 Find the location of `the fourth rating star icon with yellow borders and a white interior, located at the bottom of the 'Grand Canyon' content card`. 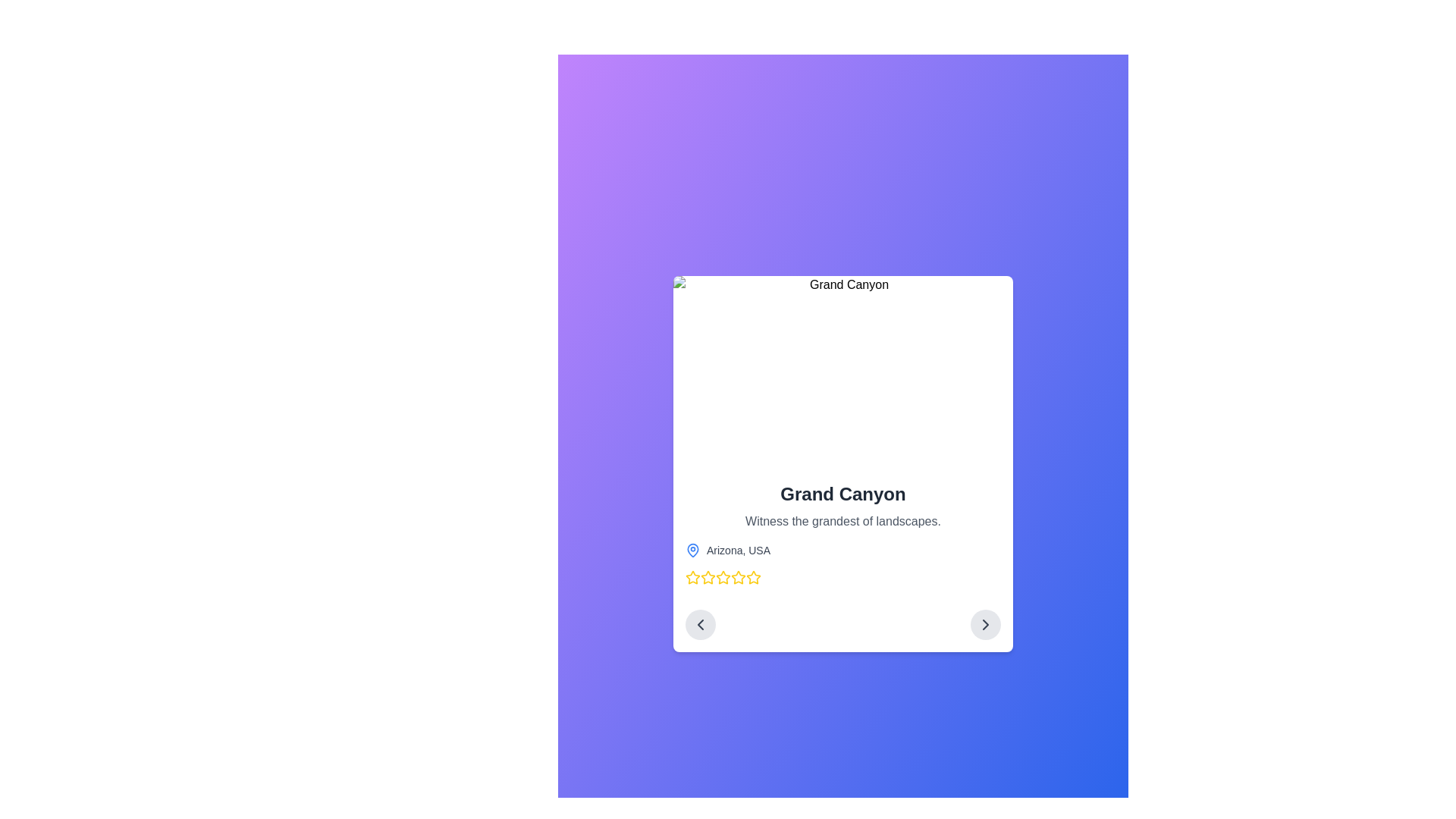

the fourth rating star icon with yellow borders and a white interior, located at the bottom of the 'Grand Canyon' content card is located at coordinates (739, 577).